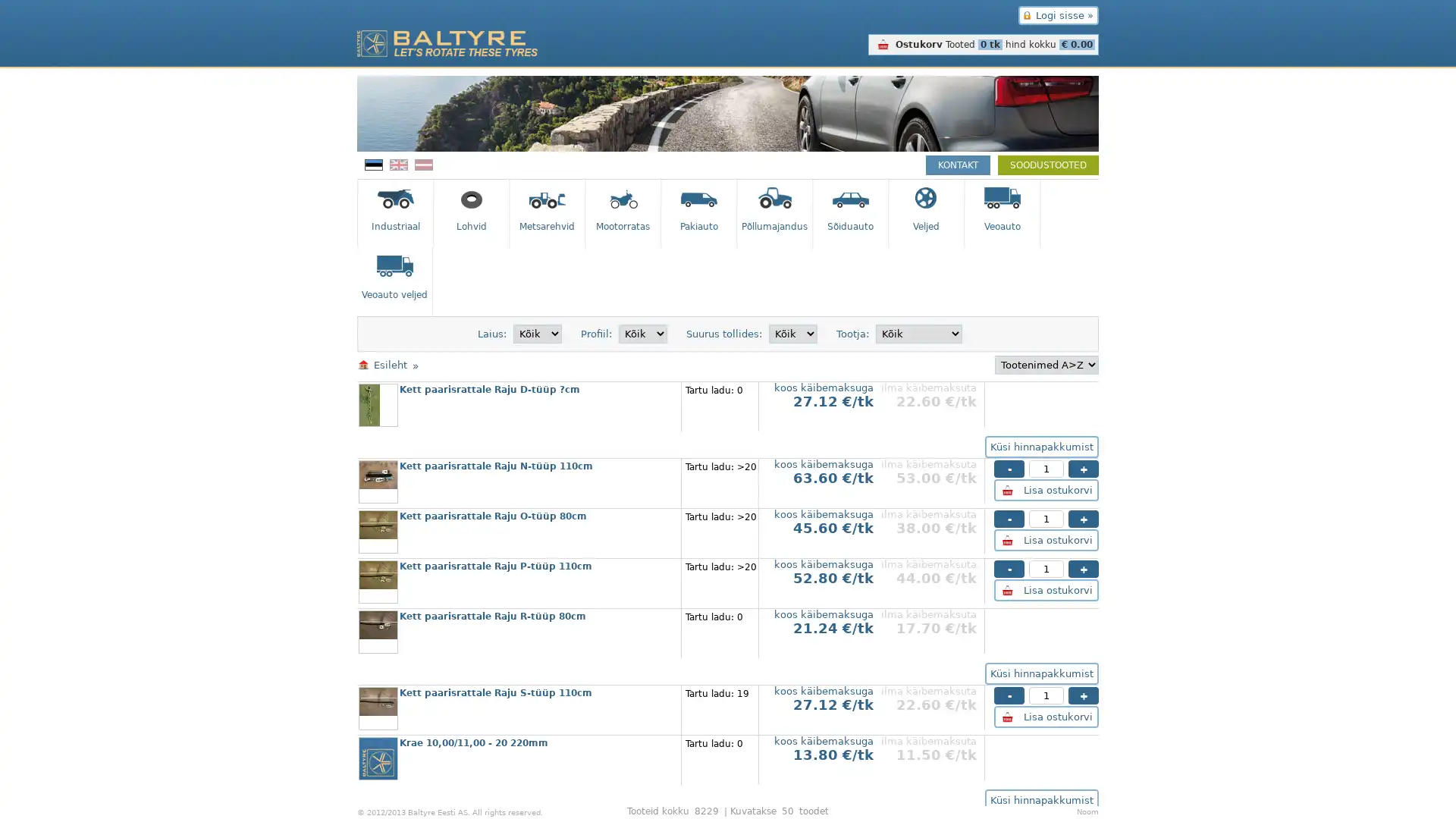 The image size is (1456, 819). I want to click on +, so click(1083, 695).